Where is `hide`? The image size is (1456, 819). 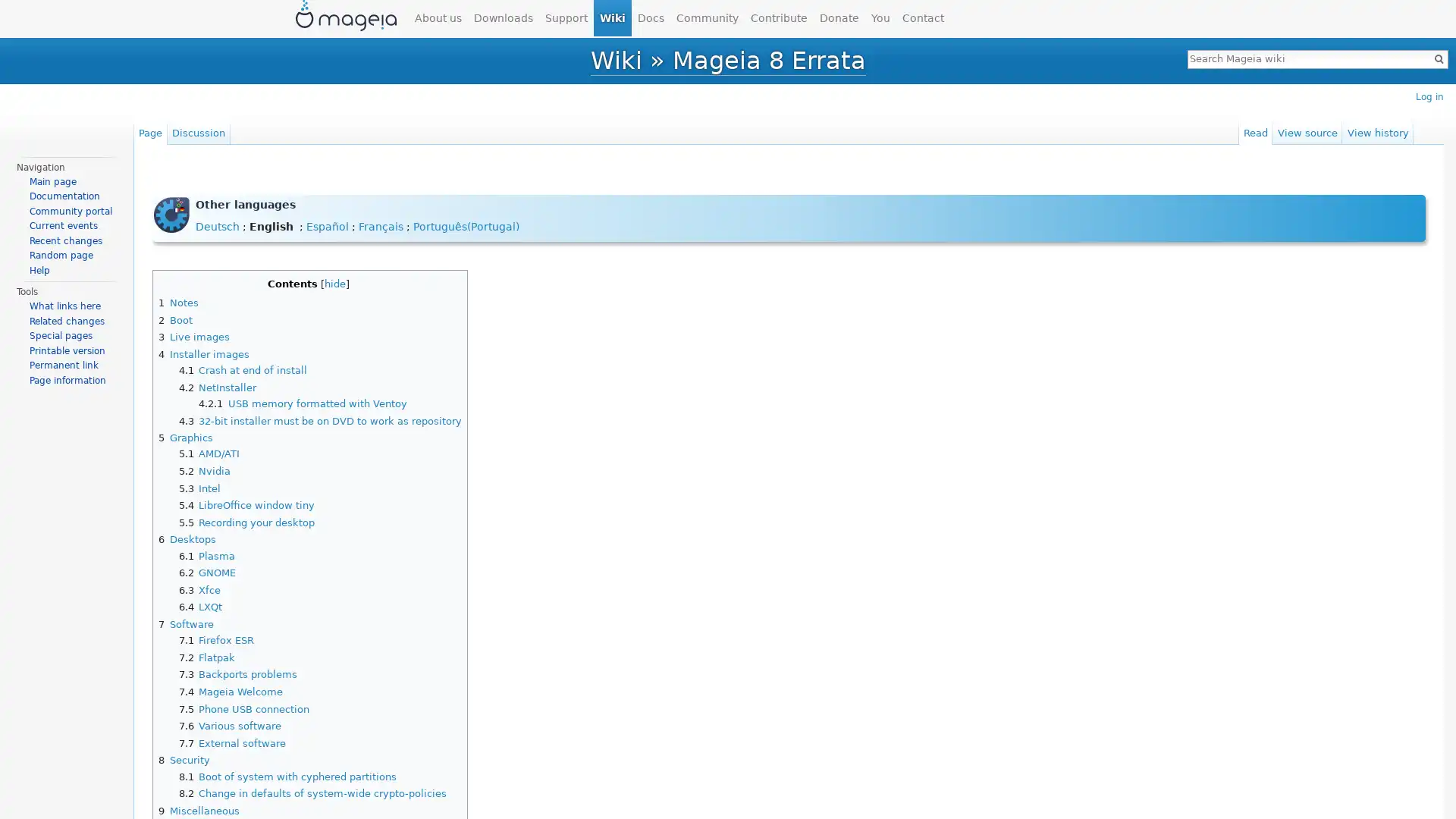
hide is located at coordinates (334, 283).